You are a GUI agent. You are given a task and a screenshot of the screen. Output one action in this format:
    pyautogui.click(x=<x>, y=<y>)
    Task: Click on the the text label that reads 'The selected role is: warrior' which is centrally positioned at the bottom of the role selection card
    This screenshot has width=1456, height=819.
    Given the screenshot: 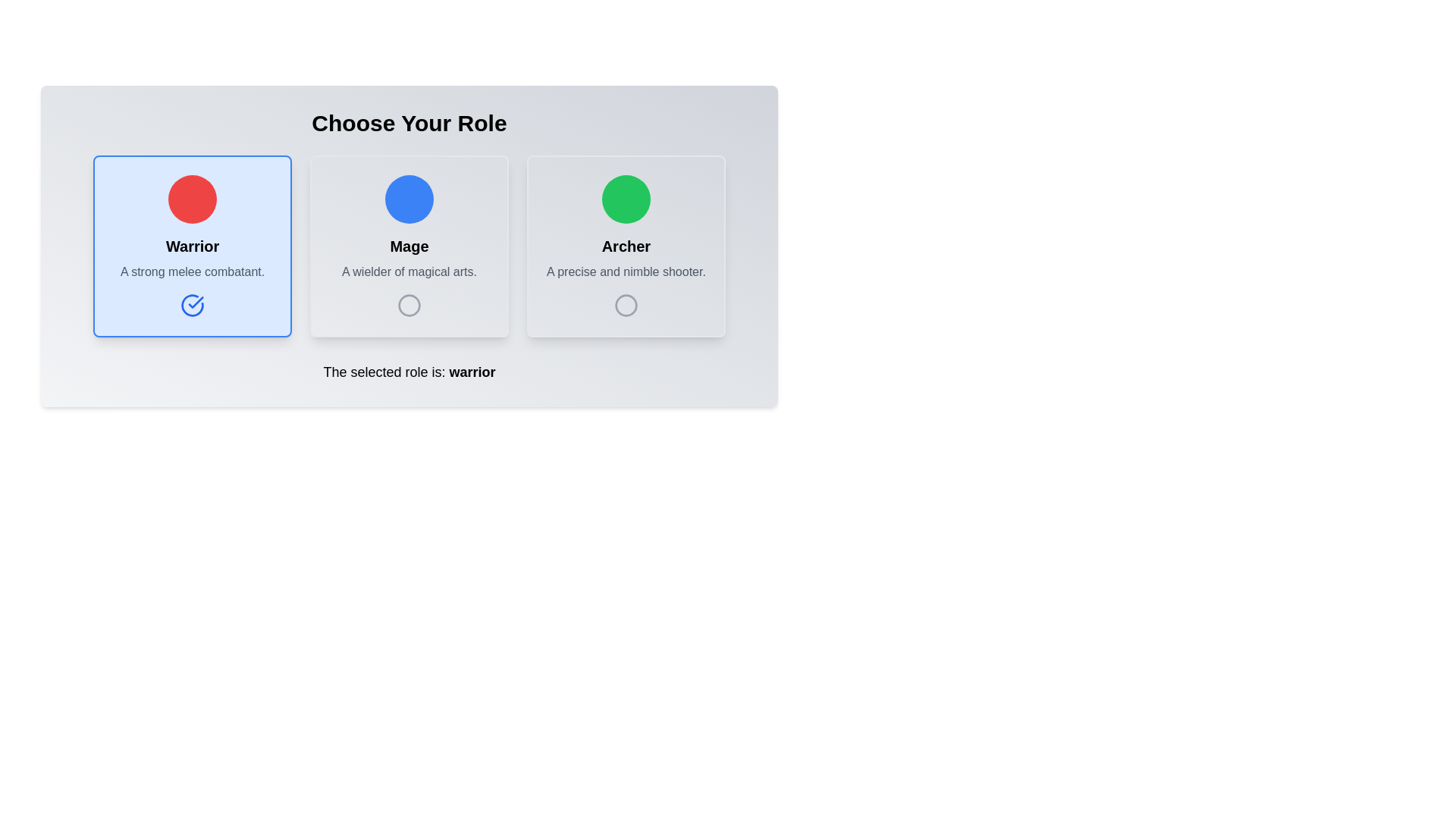 What is the action you would take?
    pyautogui.click(x=409, y=372)
    